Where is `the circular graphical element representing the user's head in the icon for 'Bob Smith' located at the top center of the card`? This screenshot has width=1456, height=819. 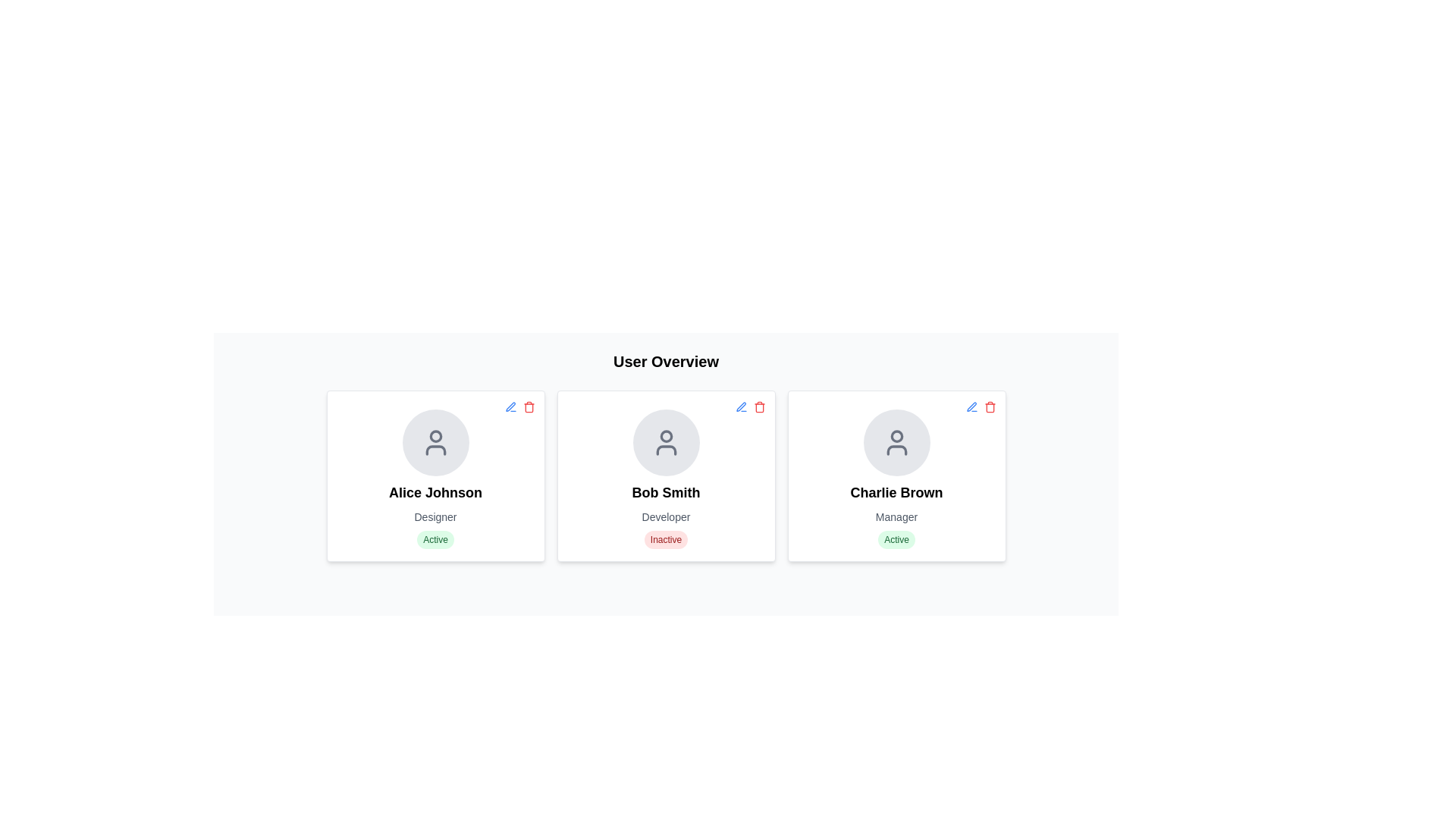 the circular graphical element representing the user's head in the icon for 'Bob Smith' located at the top center of the card is located at coordinates (666, 436).